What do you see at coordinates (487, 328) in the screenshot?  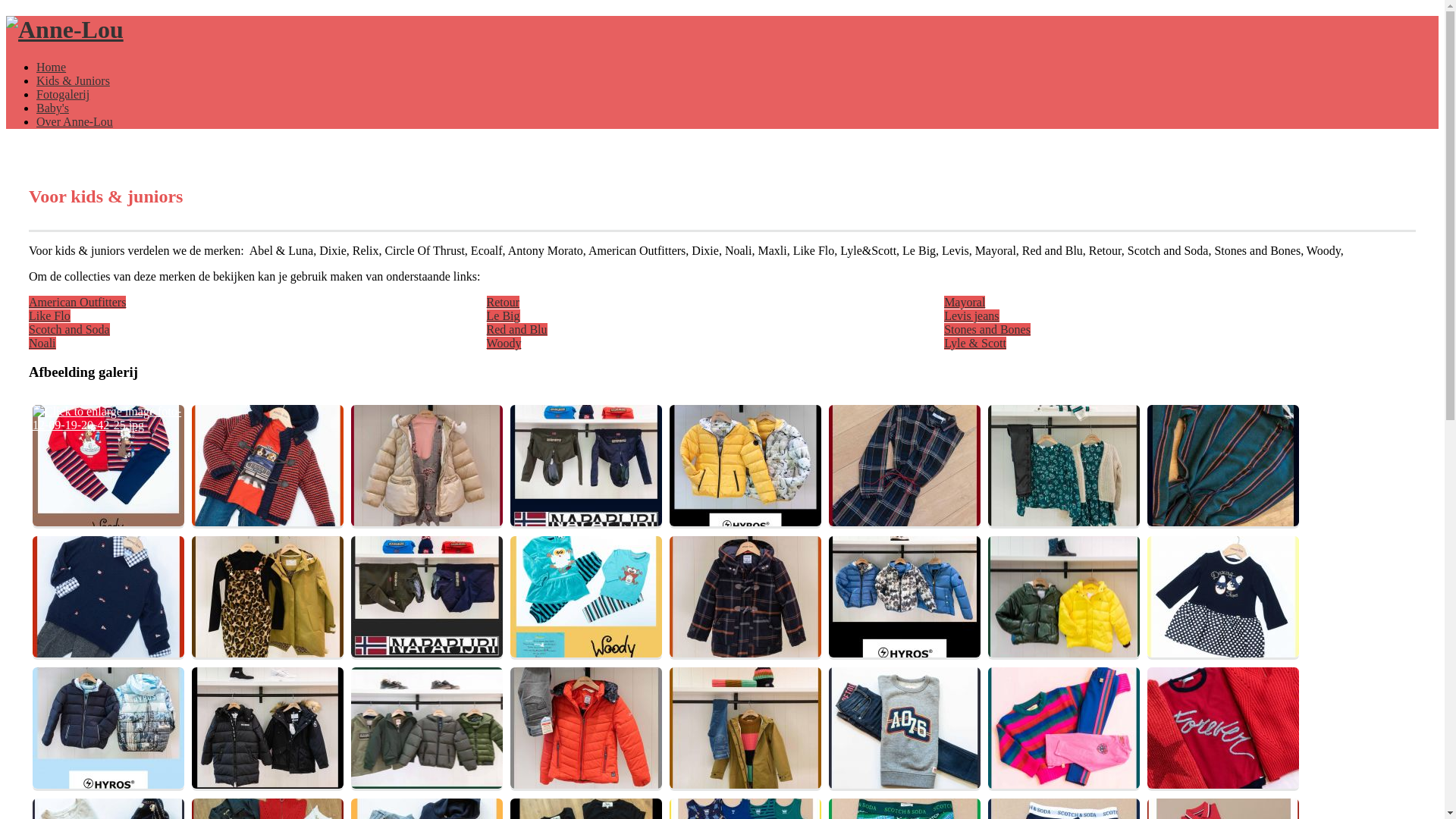 I see `'Red and Blu'` at bounding box center [487, 328].